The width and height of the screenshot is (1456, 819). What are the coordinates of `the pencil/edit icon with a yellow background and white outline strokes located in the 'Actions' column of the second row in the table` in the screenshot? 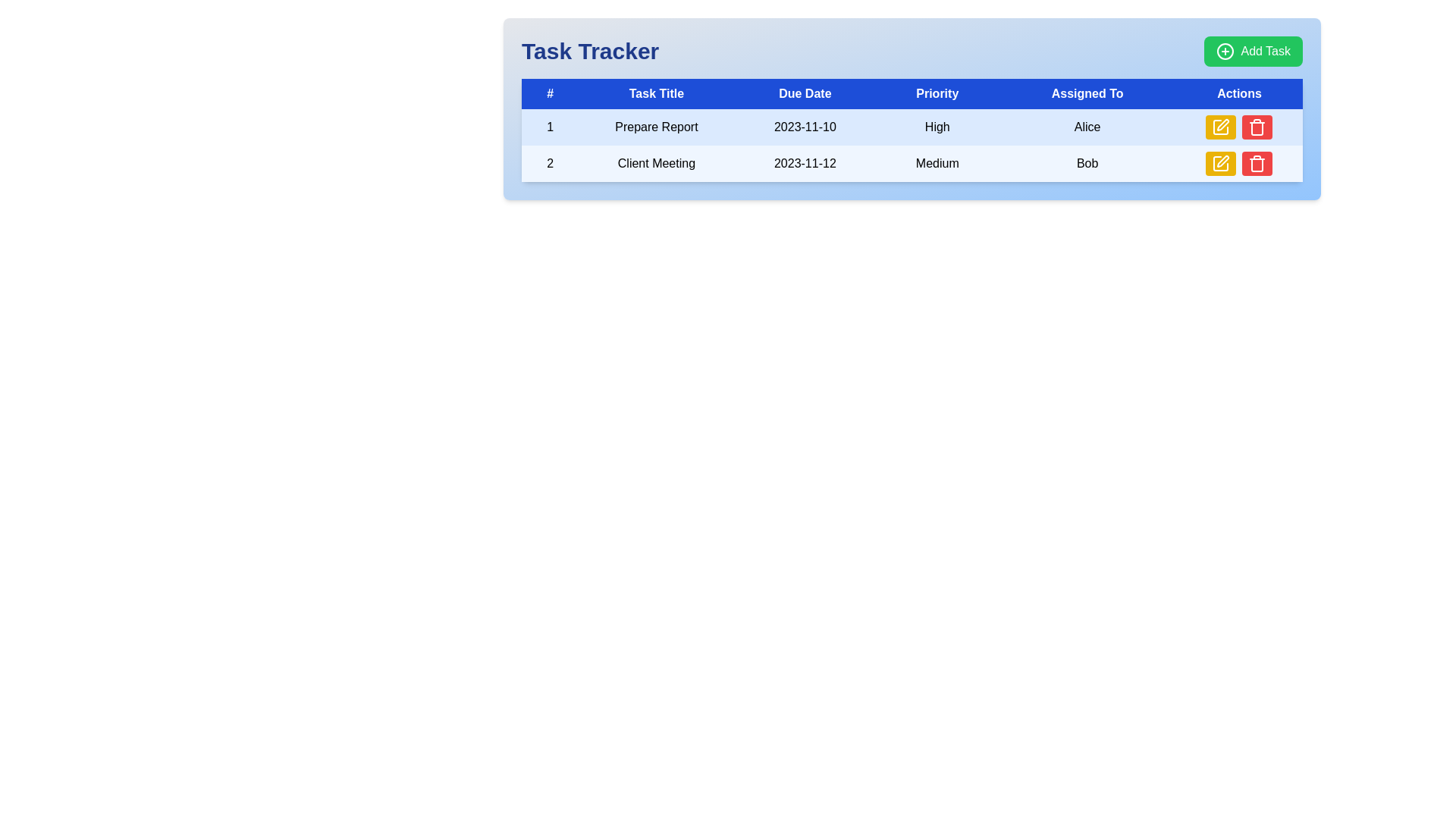 It's located at (1221, 164).